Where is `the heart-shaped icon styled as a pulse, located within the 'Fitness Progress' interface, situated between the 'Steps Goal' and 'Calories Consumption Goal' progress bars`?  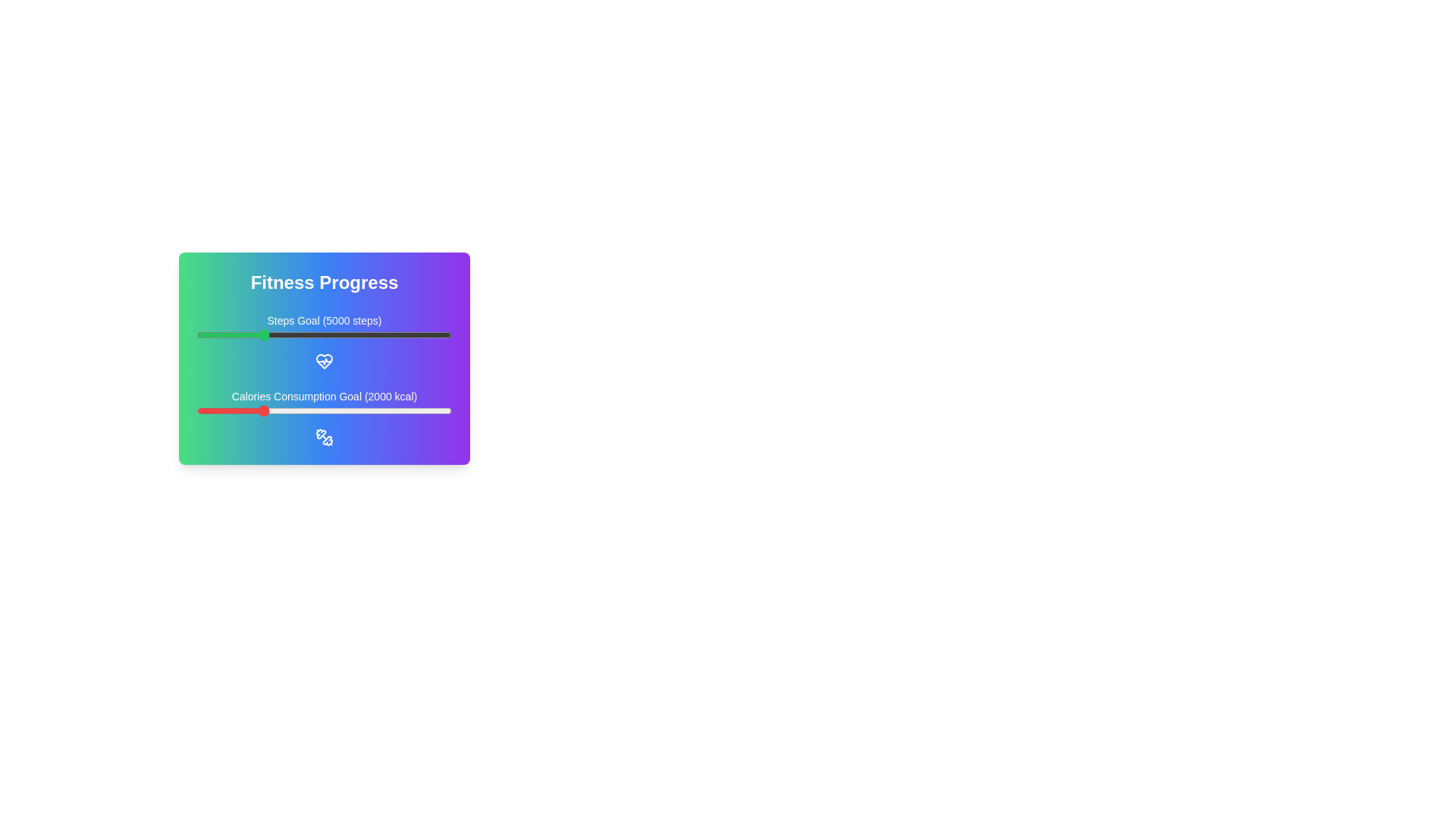
the heart-shaped icon styled as a pulse, located within the 'Fitness Progress' interface, situated between the 'Steps Goal' and 'Calories Consumption Goal' progress bars is located at coordinates (323, 362).